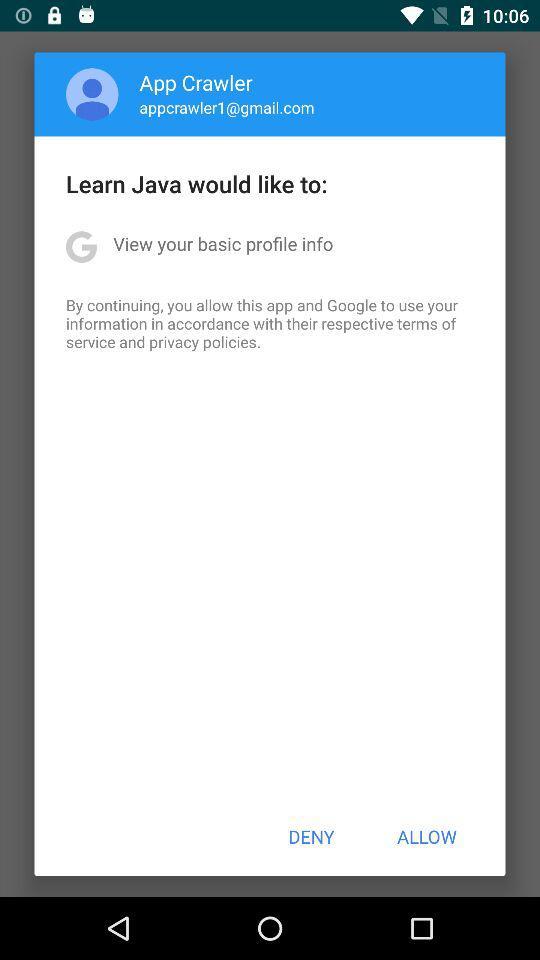  I want to click on the deny icon, so click(311, 836).